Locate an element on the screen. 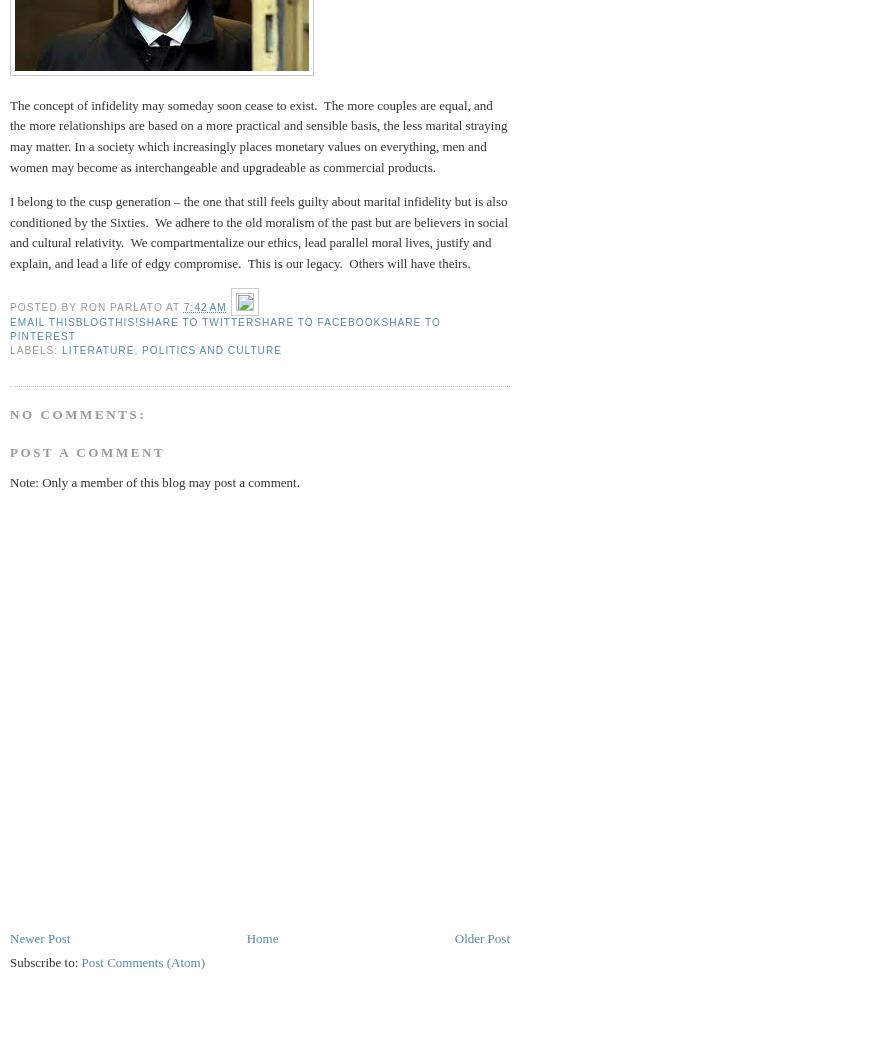 Image resolution: width=880 pixels, height=1042 pixels. 'at' is located at coordinates (173, 307).